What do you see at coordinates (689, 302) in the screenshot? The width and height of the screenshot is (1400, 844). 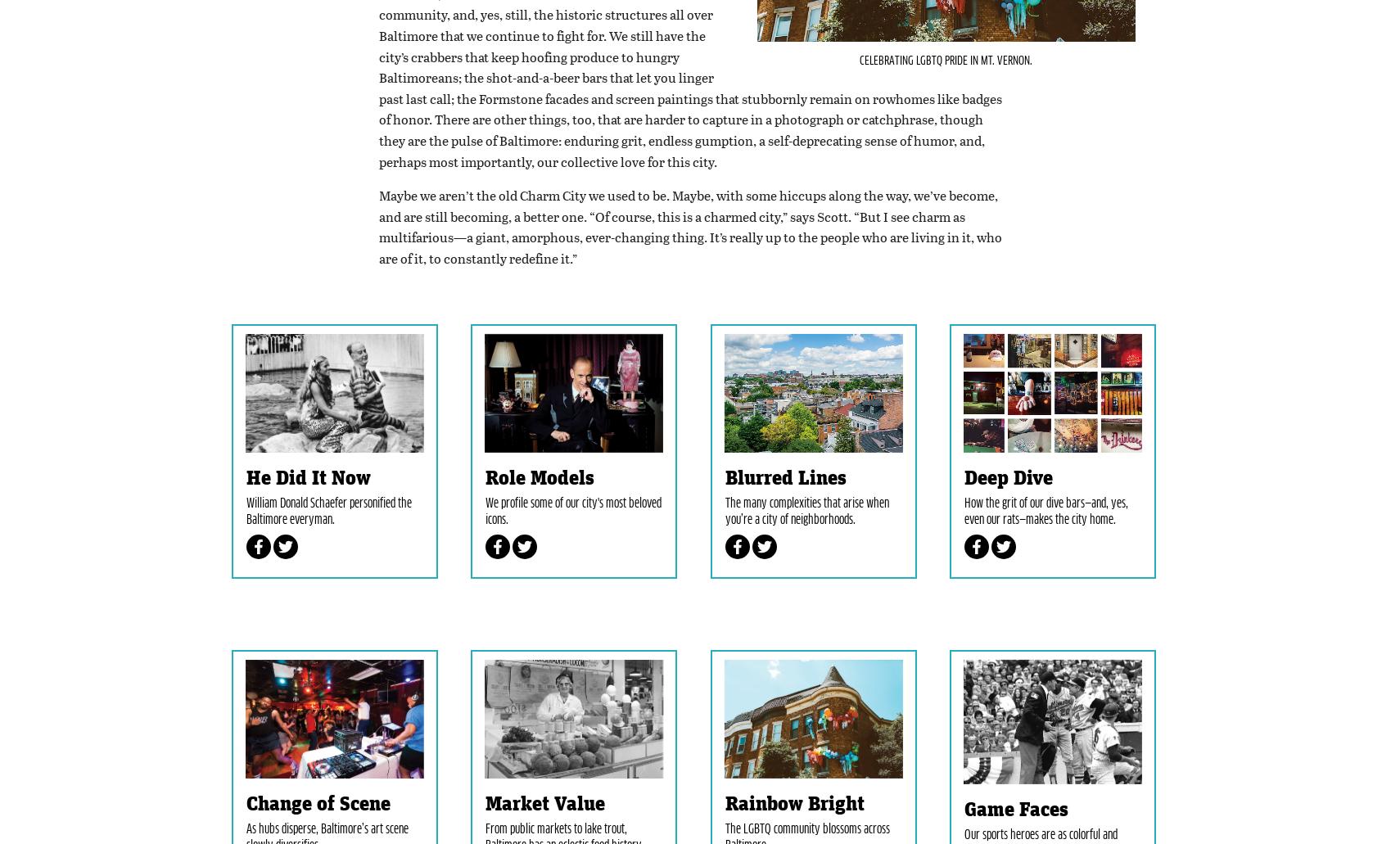 I see `'Maybe we aren’t the old Charm City we used to be. Maybe, with some hiccups along the way, we’ve become, and are still becoming, a better one. “Of course, this is a charmed city,” says Scott. “But I see charm as multifarious—a giant, amorphous, ever-changing thing. It’s really up to the people who are living in it, who are of it, to constantly redefine it.”'` at bounding box center [689, 302].